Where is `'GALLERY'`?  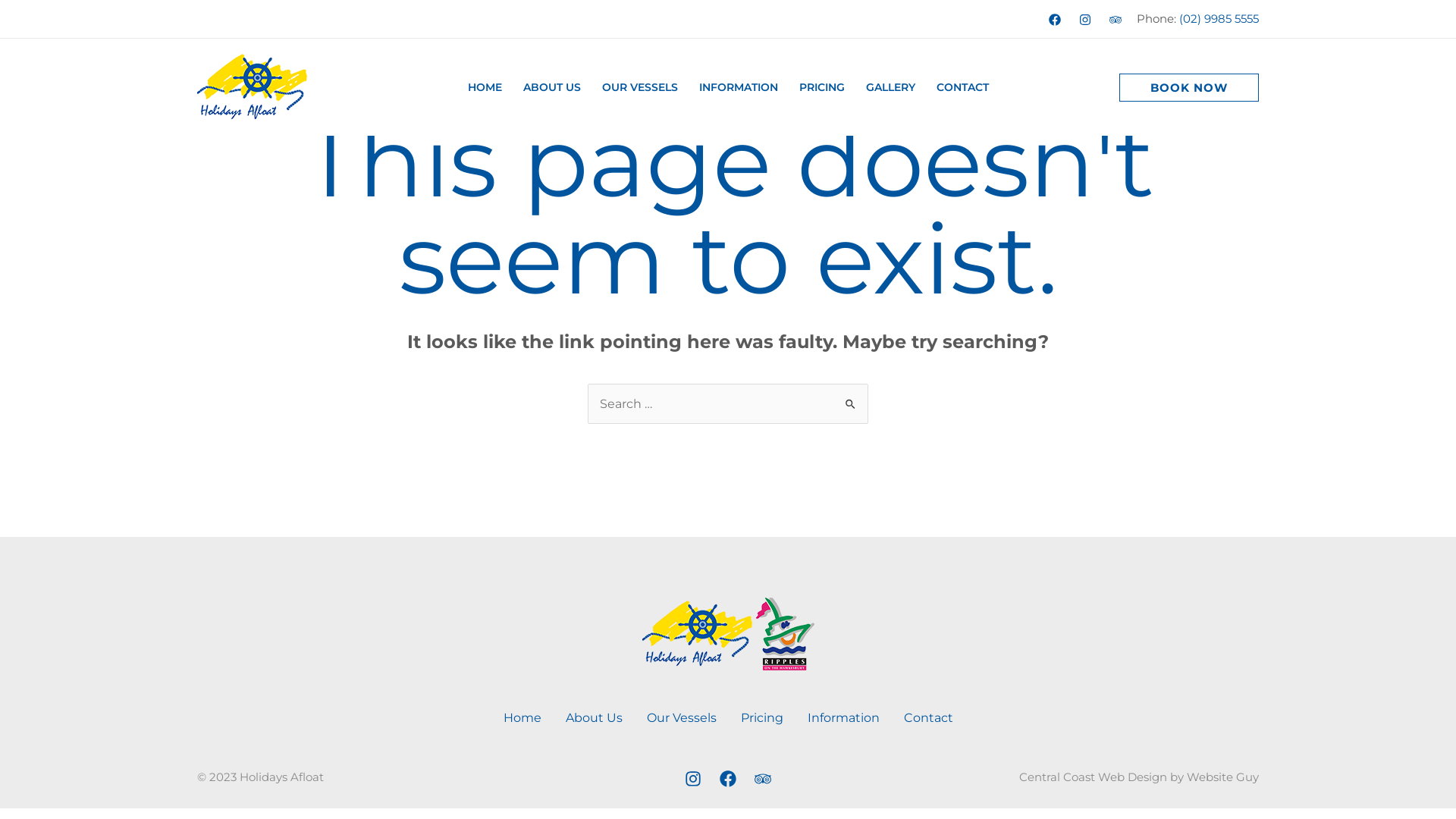 'GALLERY' is located at coordinates (855, 87).